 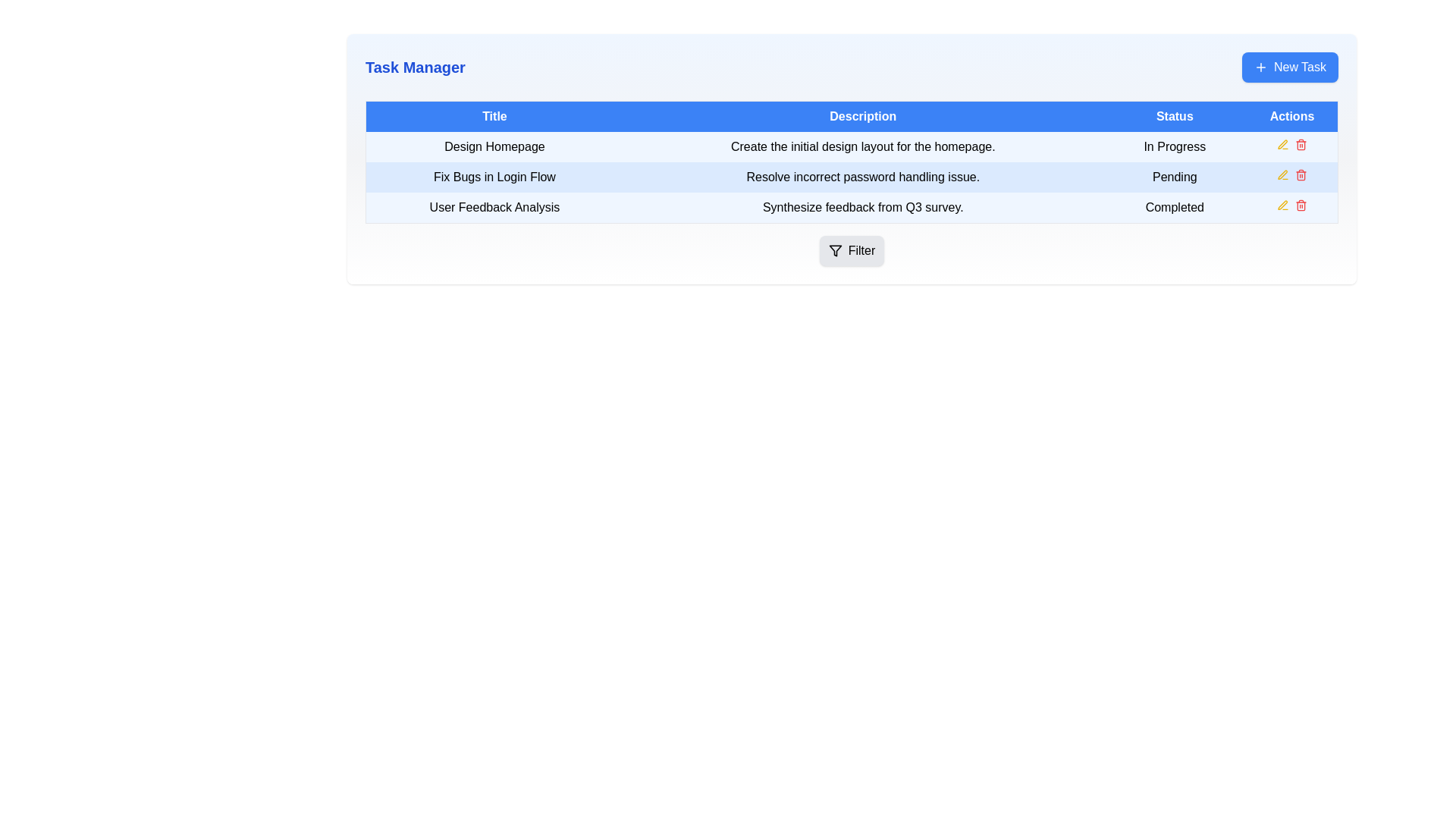 What do you see at coordinates (1291, 115) in the screenshot?
I see `the 'Actions' header text label, which indicates the actions that can be taken for each row in the table` at bounding box center [1291, 115].